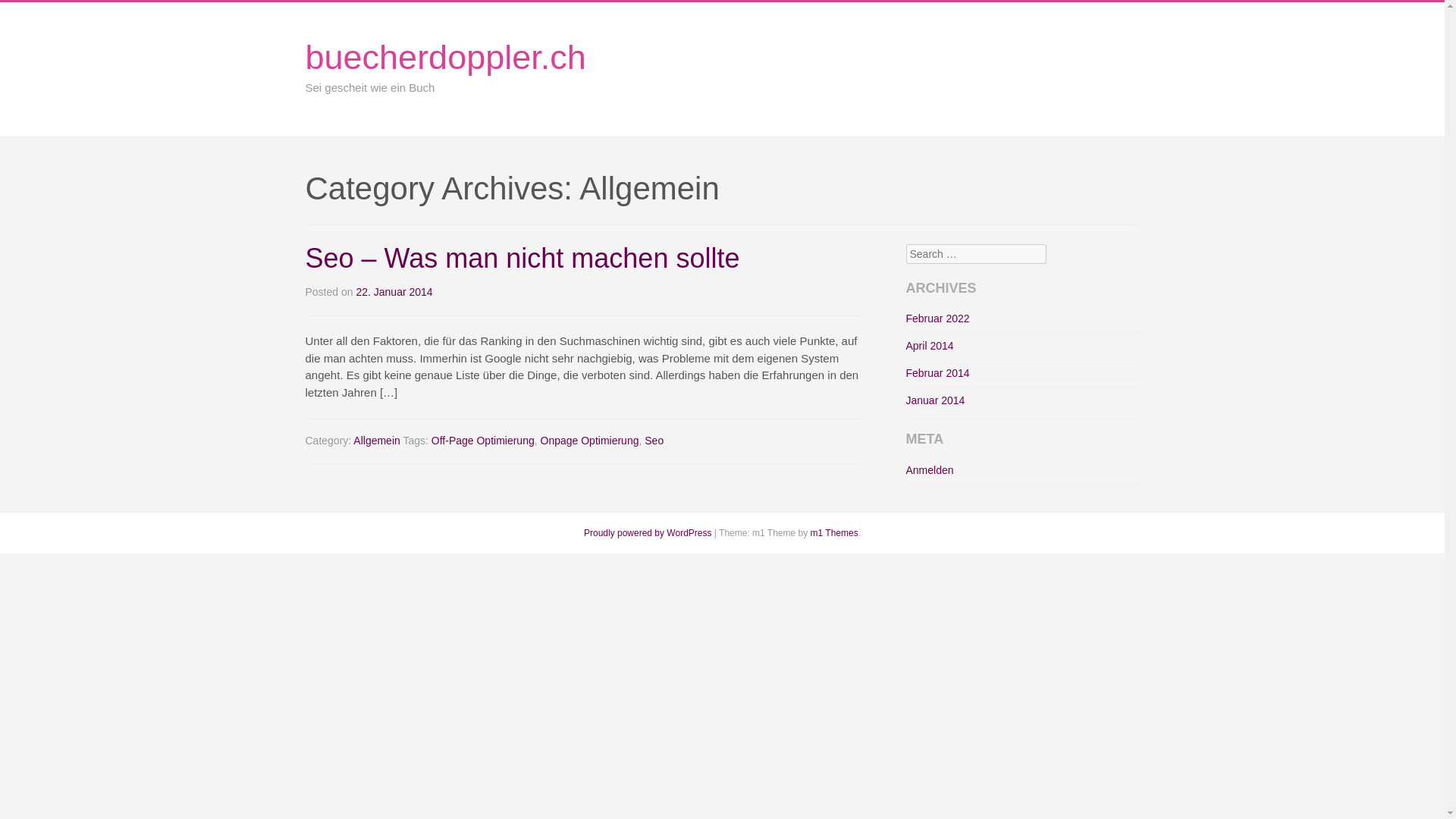  I want to click on 'buecherdoppler.ch', so click(444, 56).